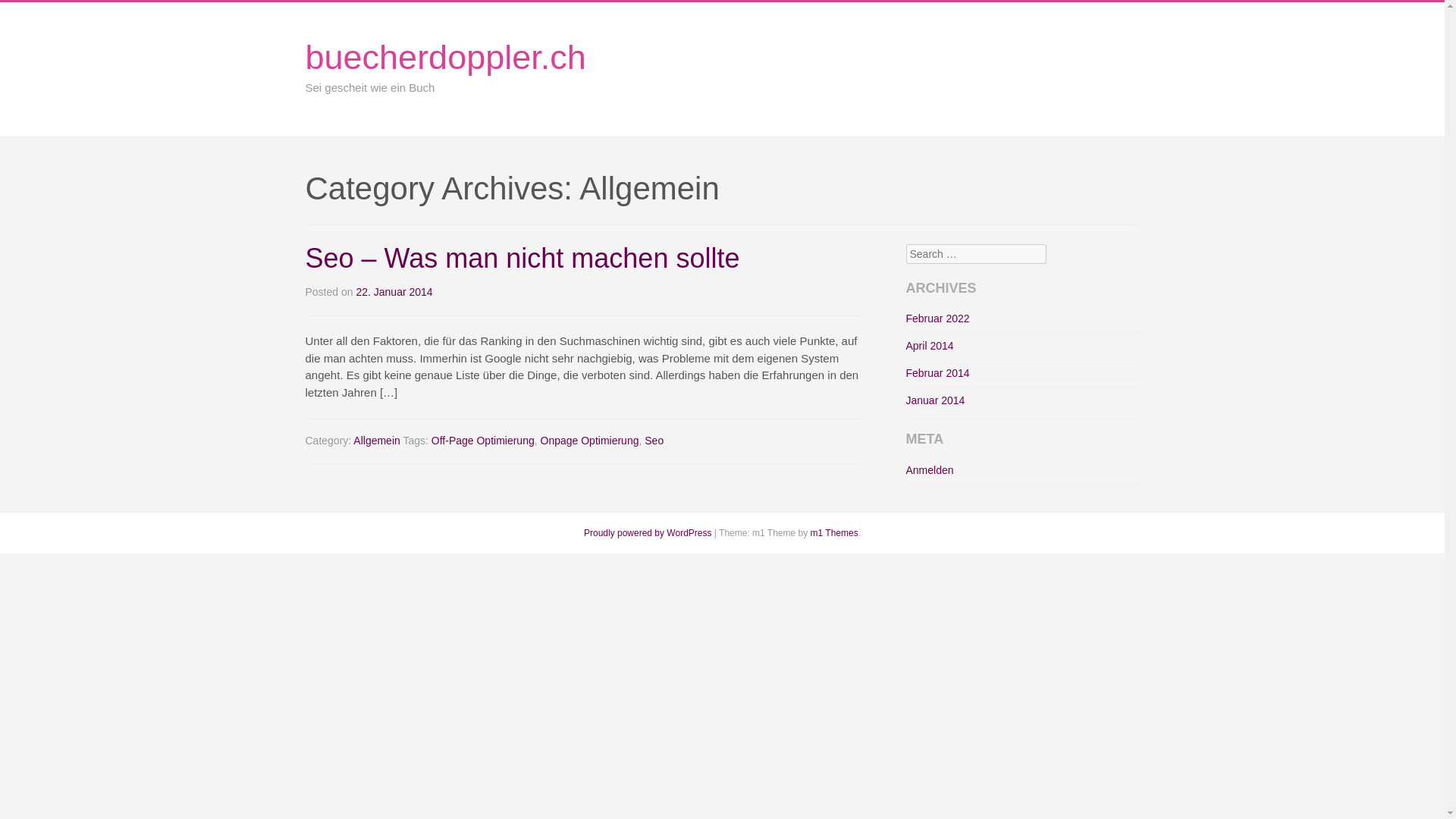  I want to click on 'buecherdoppler.ch', so click(444, 56).